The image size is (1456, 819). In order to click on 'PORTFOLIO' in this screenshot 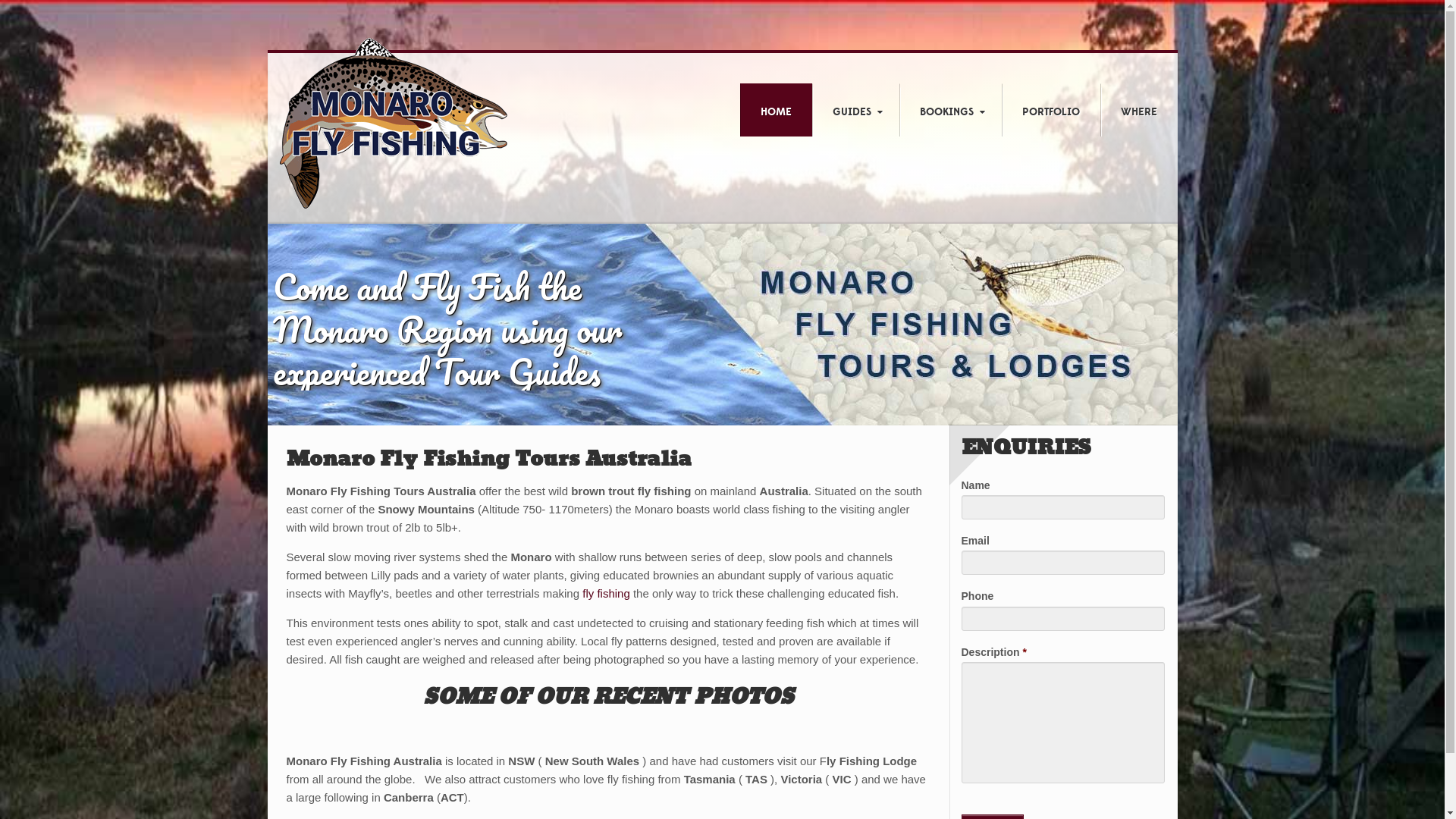, I will do `click(1050, 111)`.